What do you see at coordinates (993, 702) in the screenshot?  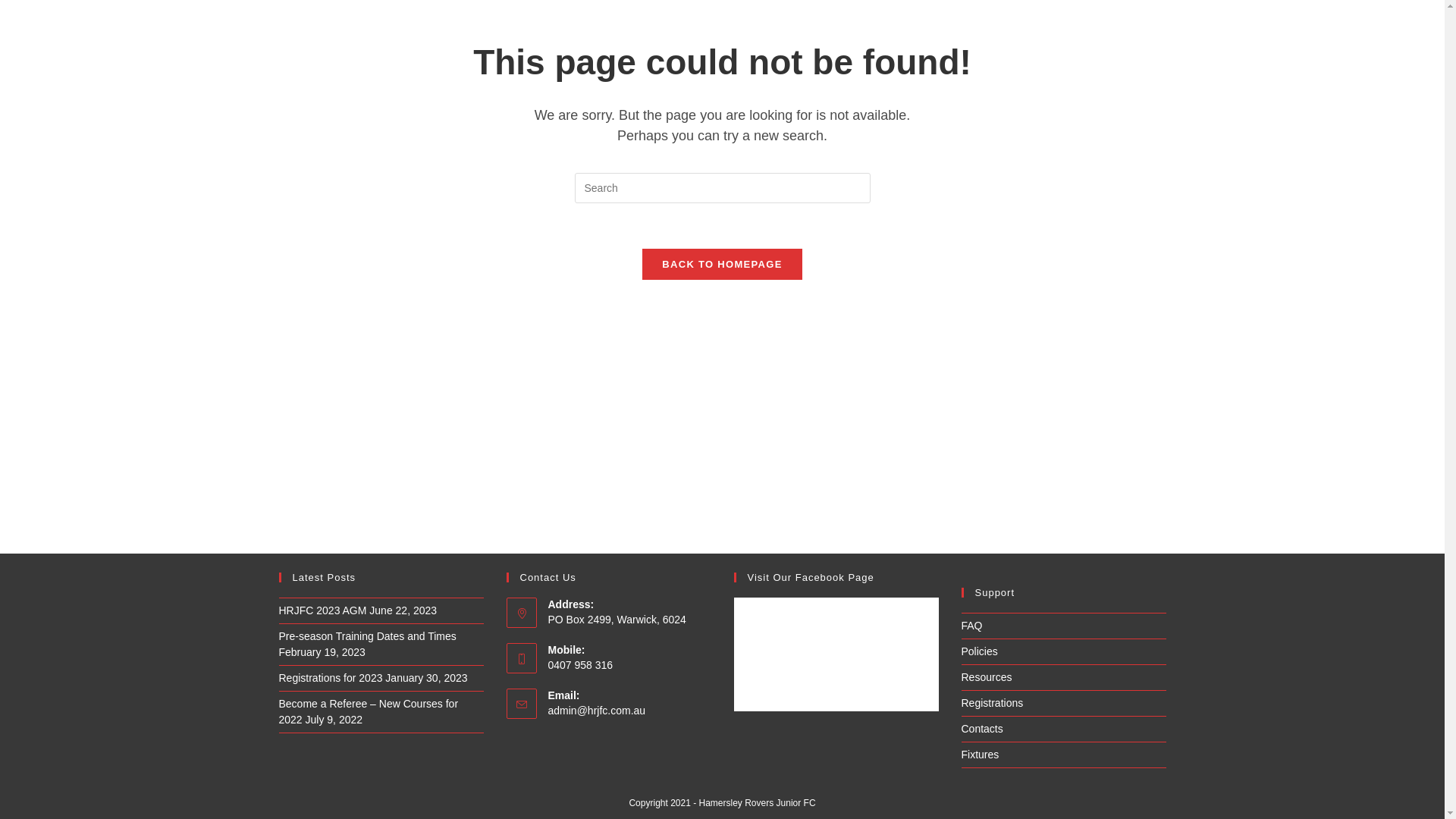 I see `'Registrations'` at bounding box center [993, 702].